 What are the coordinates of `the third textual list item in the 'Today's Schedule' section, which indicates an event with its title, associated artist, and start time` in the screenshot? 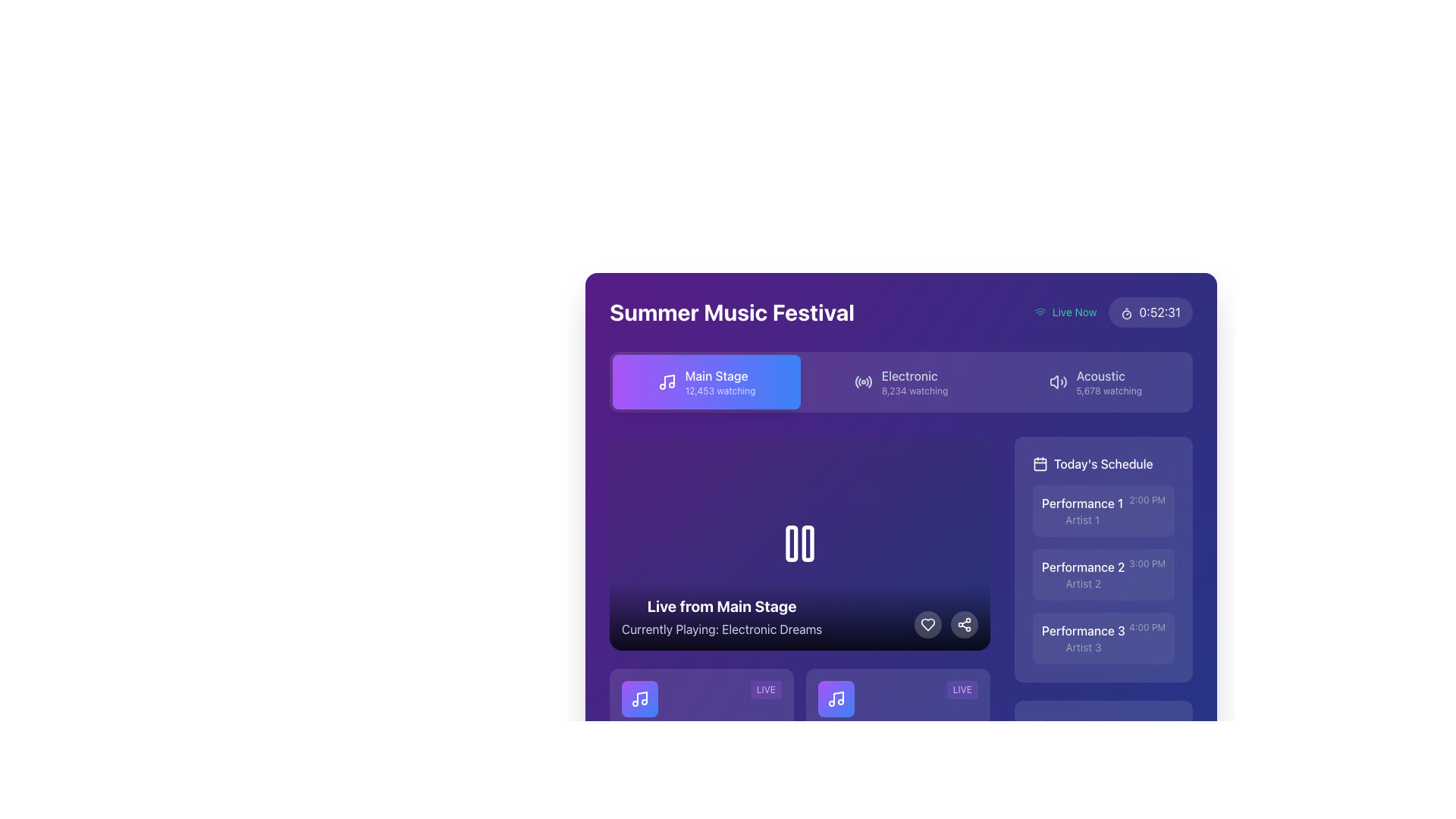 It's located at (1103, 638).